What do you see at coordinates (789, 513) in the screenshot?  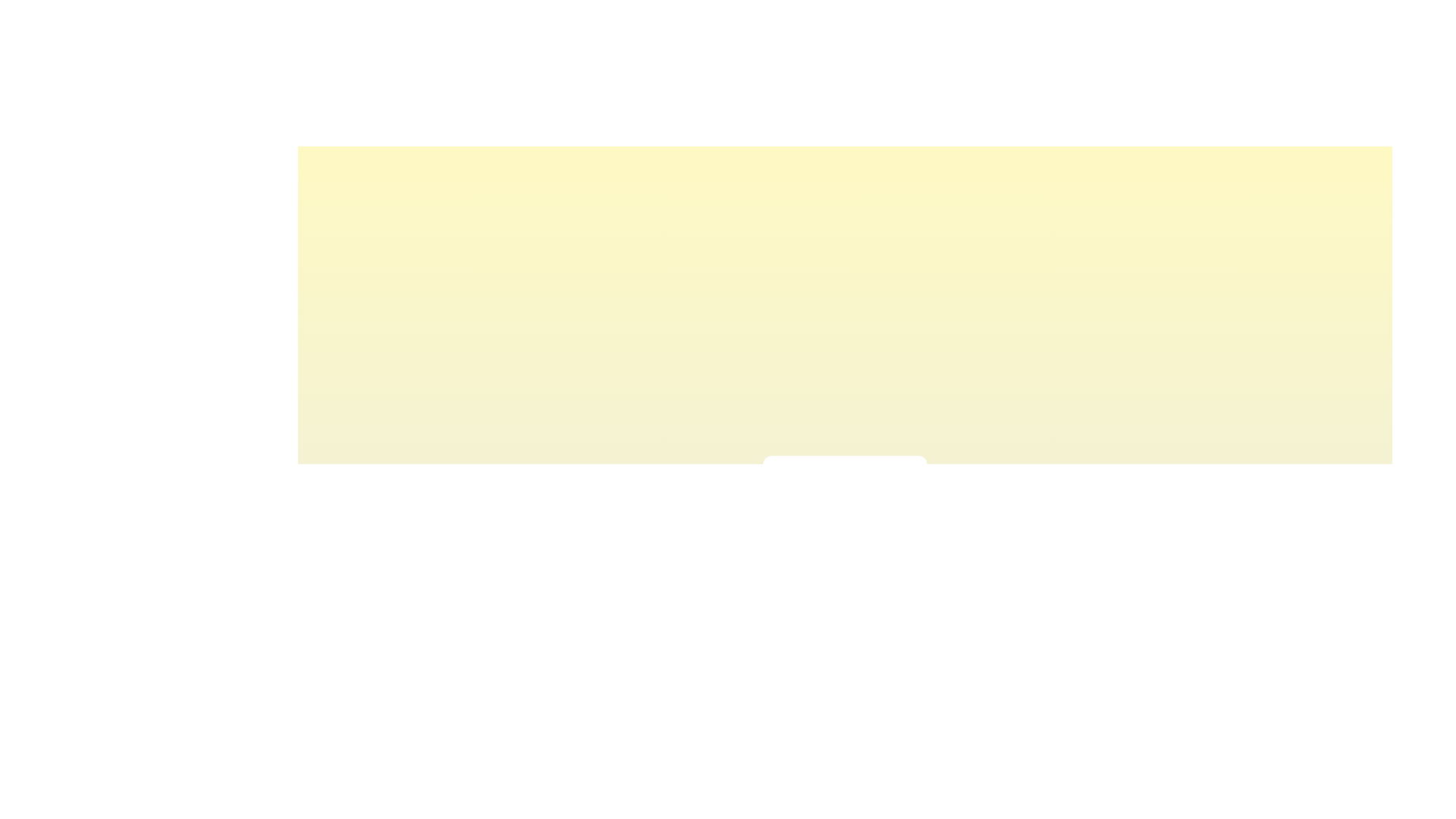 I see `the light intensity to 6% by dragging the slider` at bounding box center [789, 513].